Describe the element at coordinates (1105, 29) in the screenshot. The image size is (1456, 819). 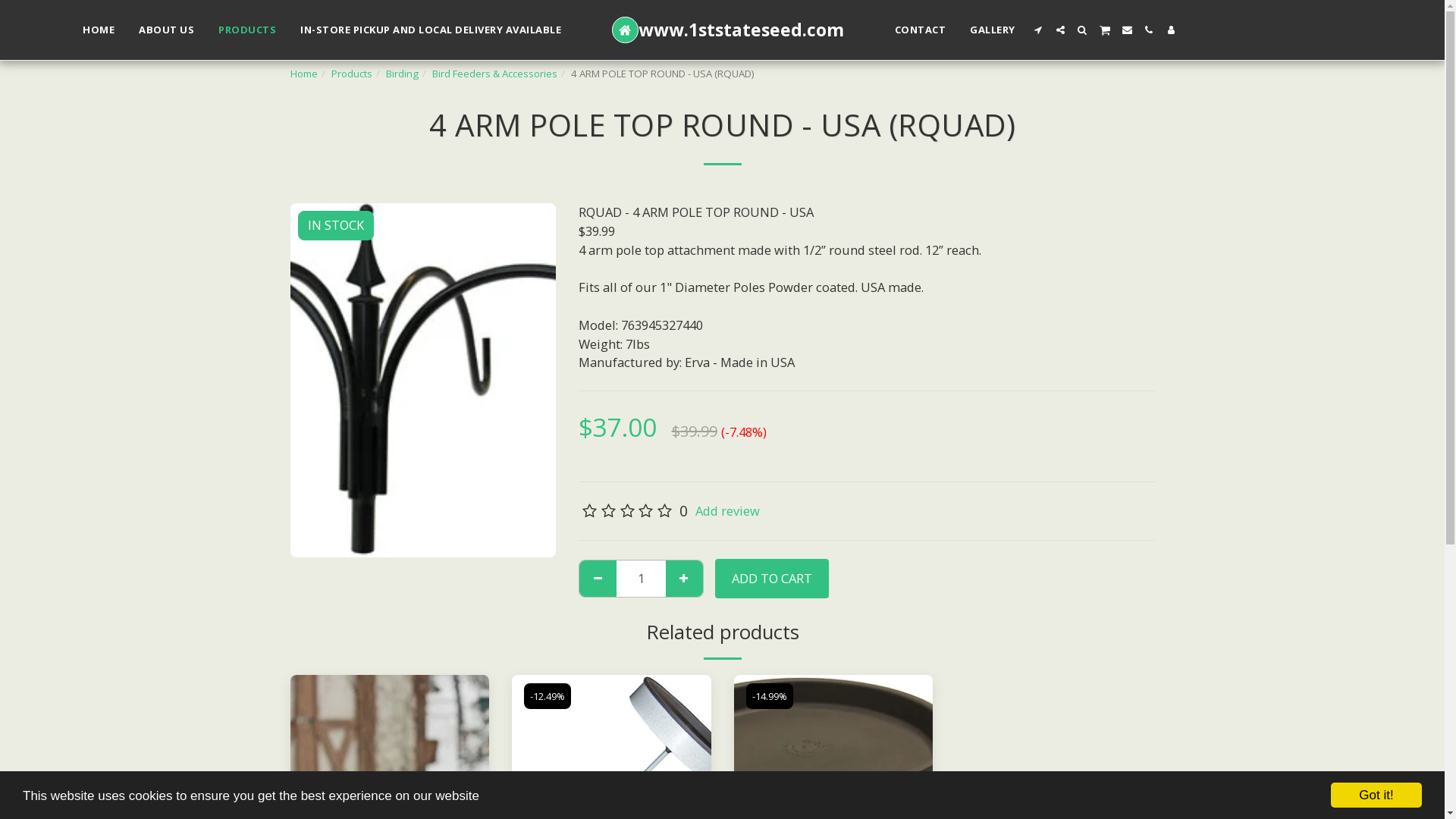
I see `' '` at that location.